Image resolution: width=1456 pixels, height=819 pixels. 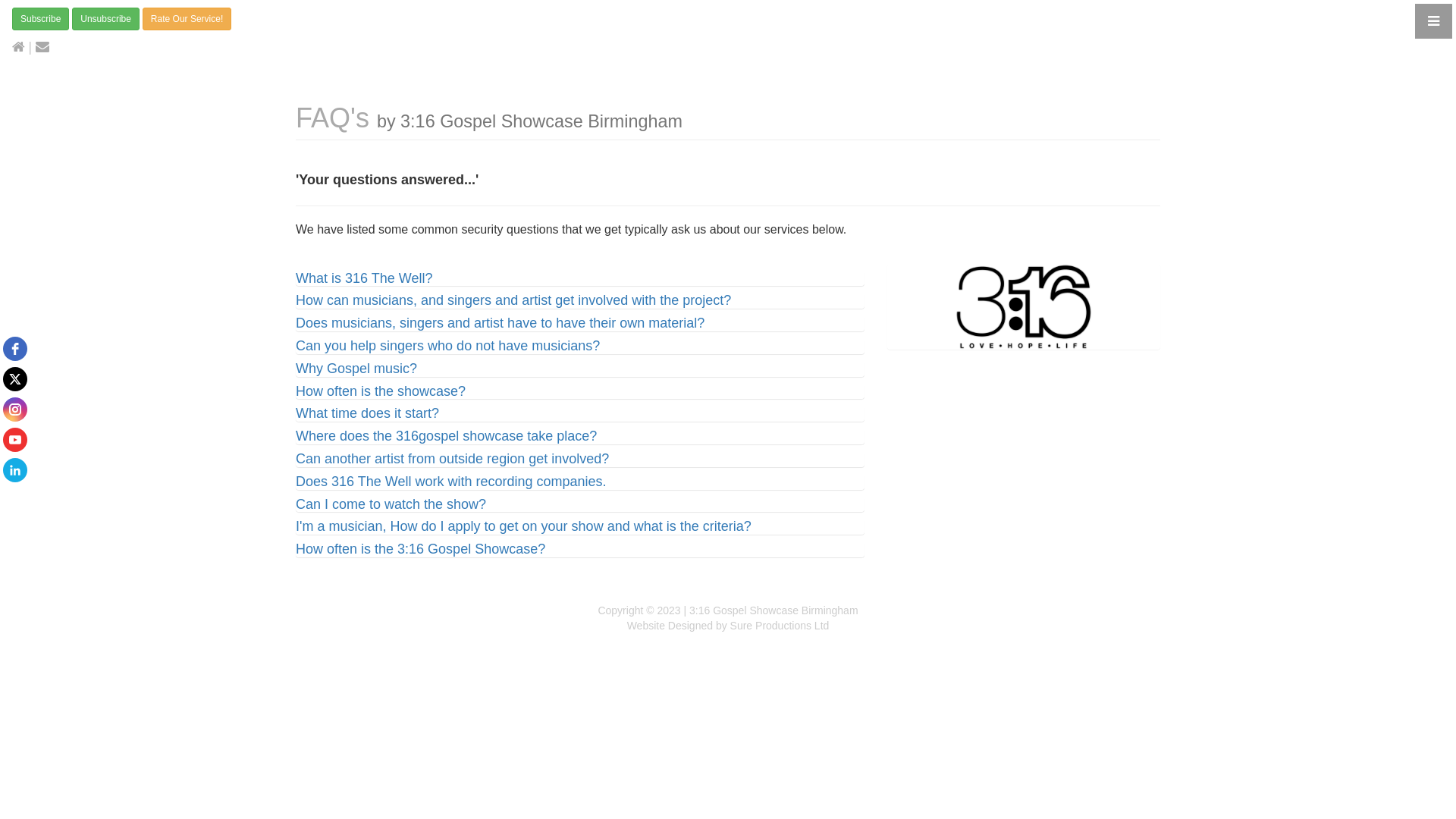 What do you see at coordinates (450, 482) in the screenshot?
I see `'Does 316 The Well work with recording companies.'` at bounding box center [450, 482].